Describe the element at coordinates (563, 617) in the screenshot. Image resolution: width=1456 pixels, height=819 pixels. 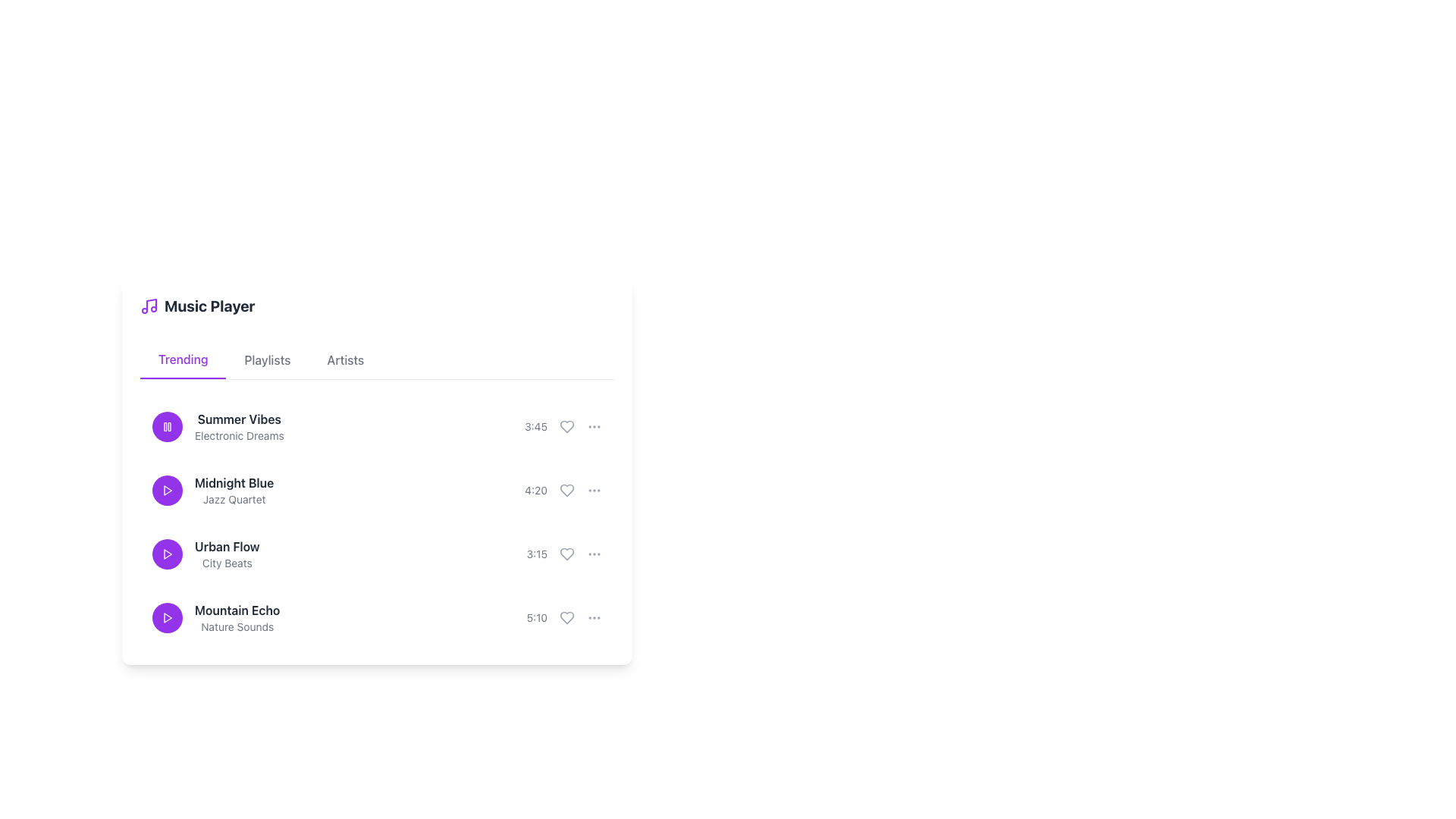
I see `the Text Label indicating the duration of 'Mountain Echo', which is positioned to the left of a heart-shaped icon and a vertical more options icon in the music player interface` at that location.